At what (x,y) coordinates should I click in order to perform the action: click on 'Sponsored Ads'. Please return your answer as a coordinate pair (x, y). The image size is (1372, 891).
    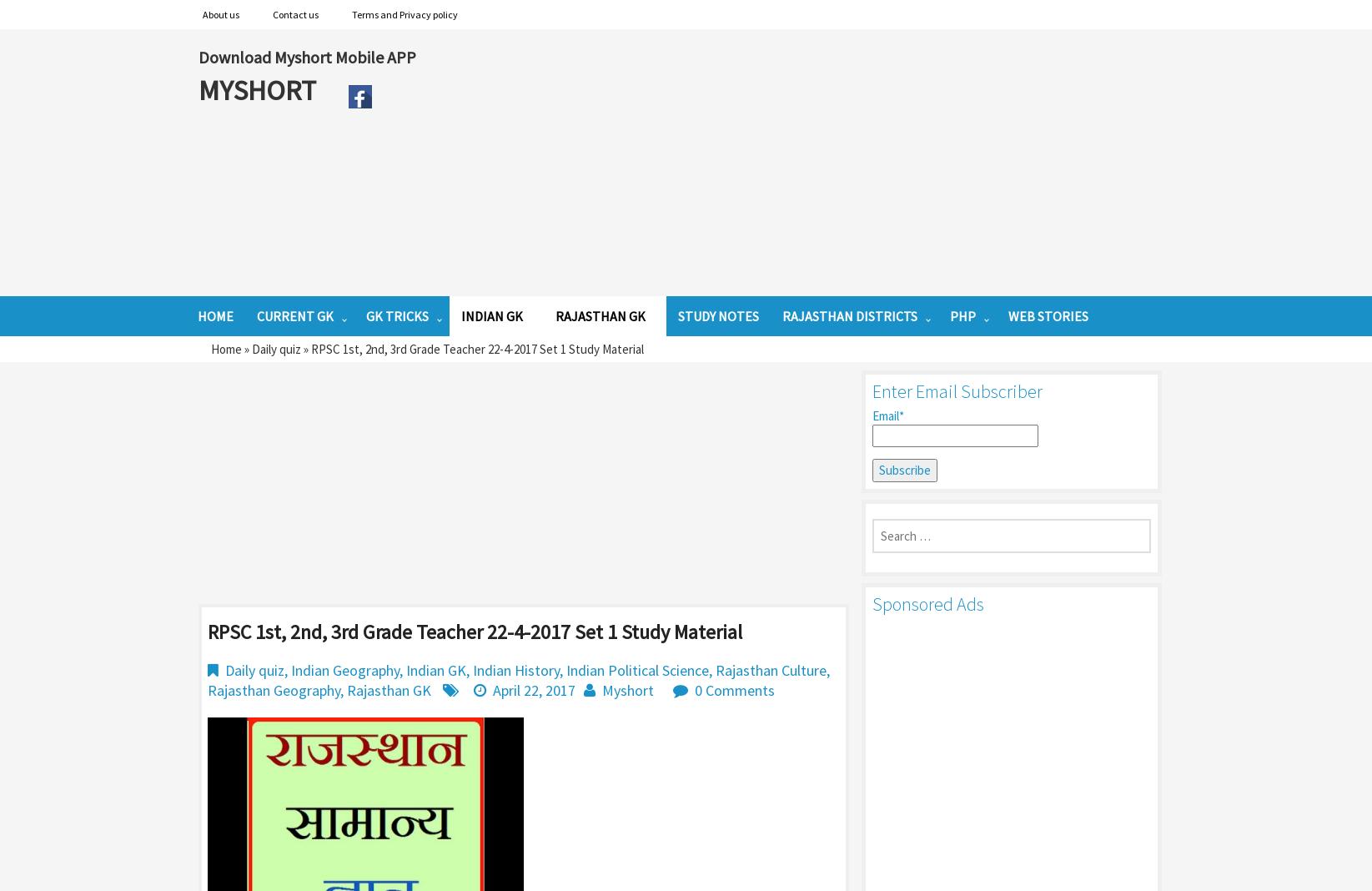
    Looking at the image, I should click on (872, 603).